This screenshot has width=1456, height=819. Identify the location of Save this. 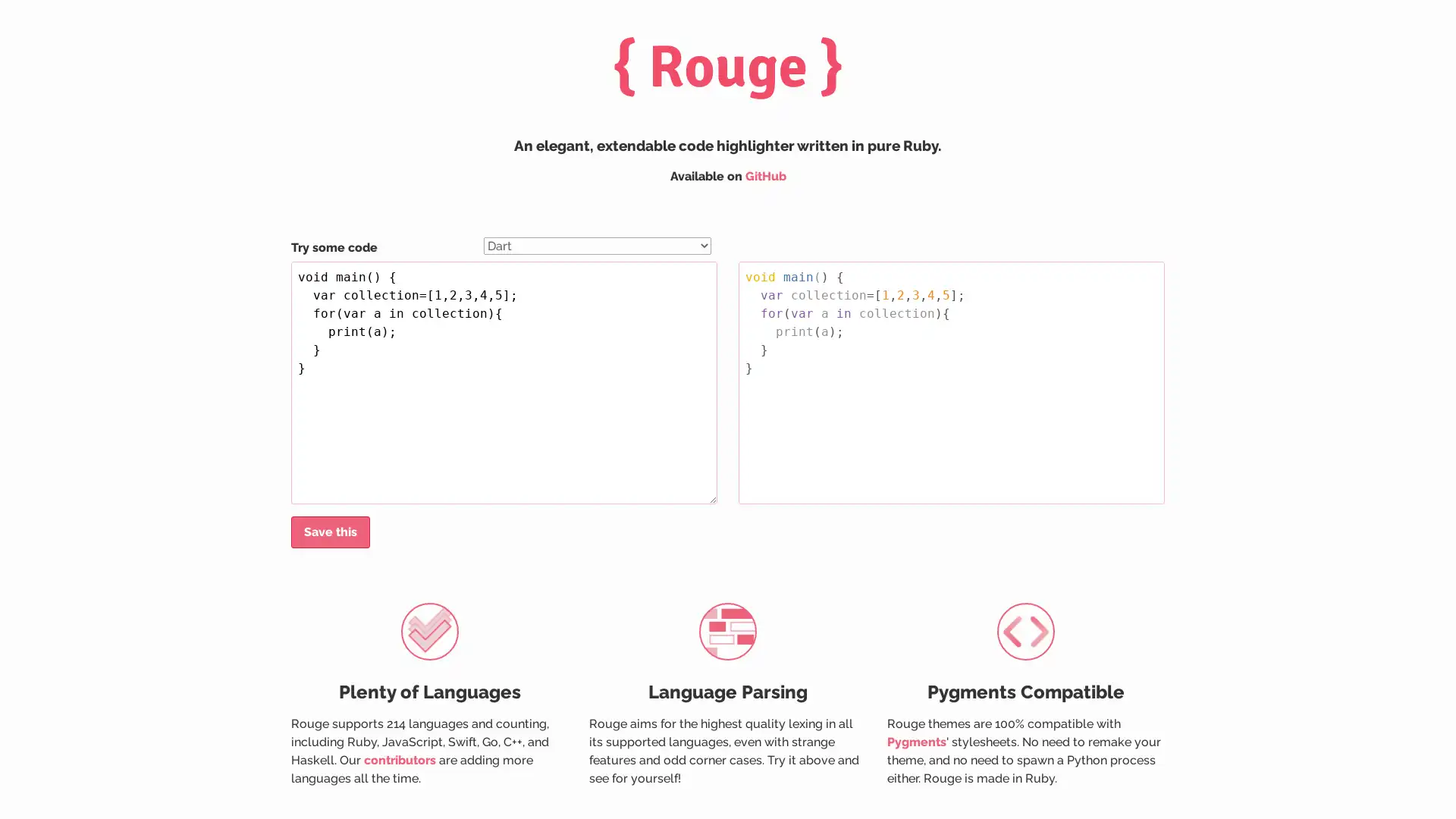
(330, 532).